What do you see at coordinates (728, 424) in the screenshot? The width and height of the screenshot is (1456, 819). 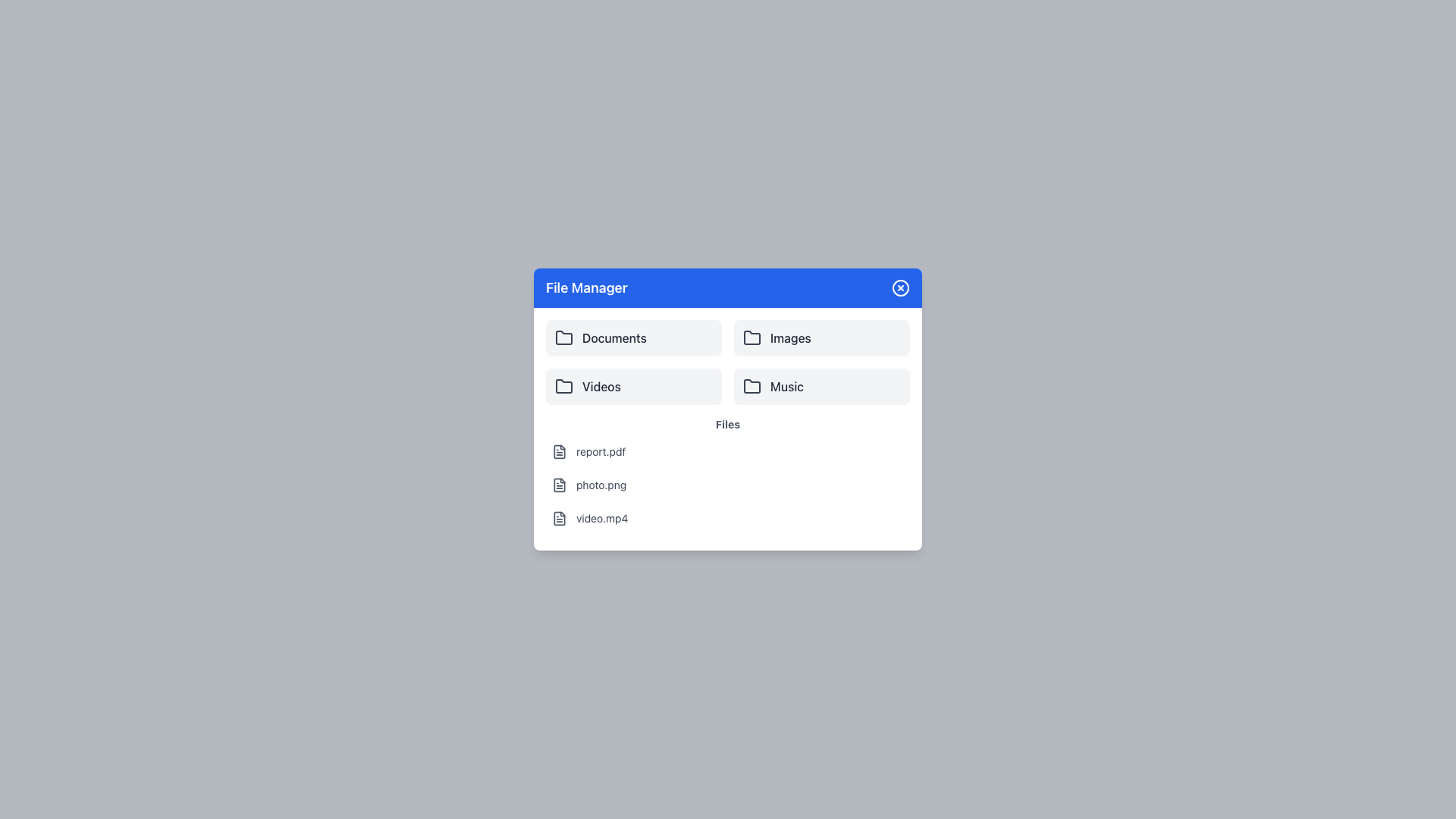 I see `the text label reading 'Files', which is styled with a bold, small font and gray color, located above the file listings section` at bounding box center [728, 424].